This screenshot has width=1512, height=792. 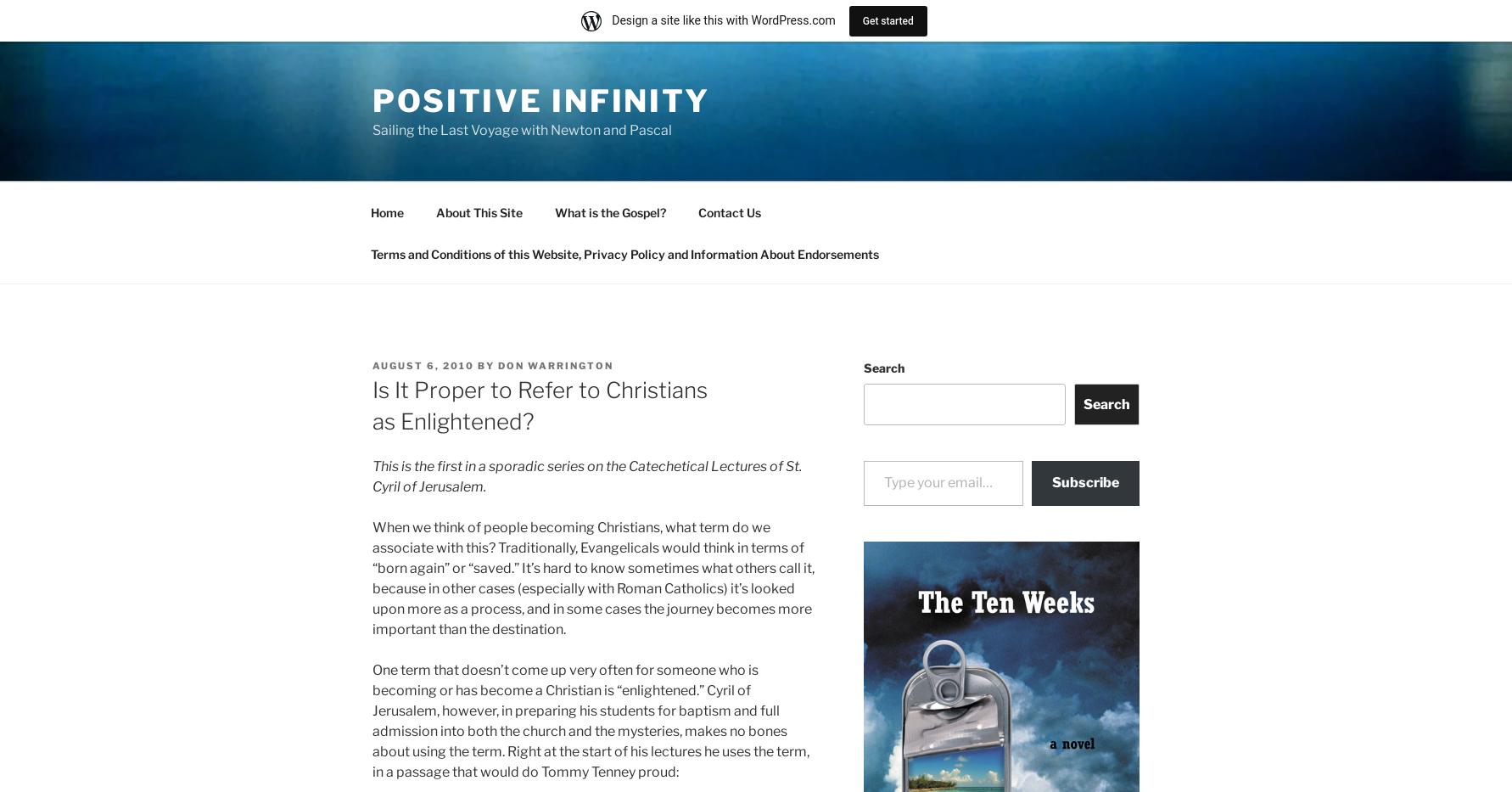 I want to click on 'Is It Proper to Refer to Christians as Enlightened?', so click(x=372, y=405).